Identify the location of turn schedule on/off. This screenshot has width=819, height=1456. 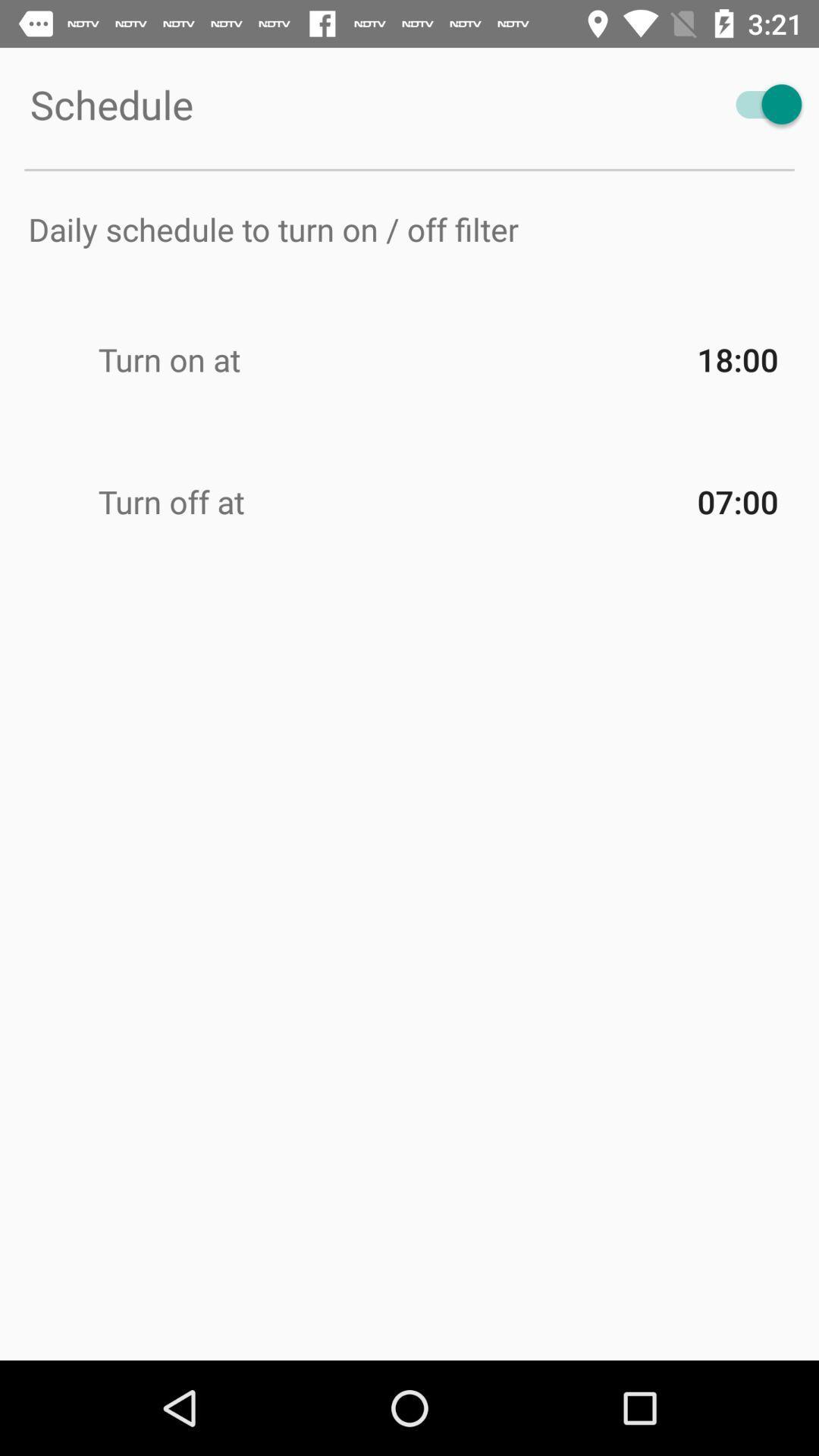
(761, 103).